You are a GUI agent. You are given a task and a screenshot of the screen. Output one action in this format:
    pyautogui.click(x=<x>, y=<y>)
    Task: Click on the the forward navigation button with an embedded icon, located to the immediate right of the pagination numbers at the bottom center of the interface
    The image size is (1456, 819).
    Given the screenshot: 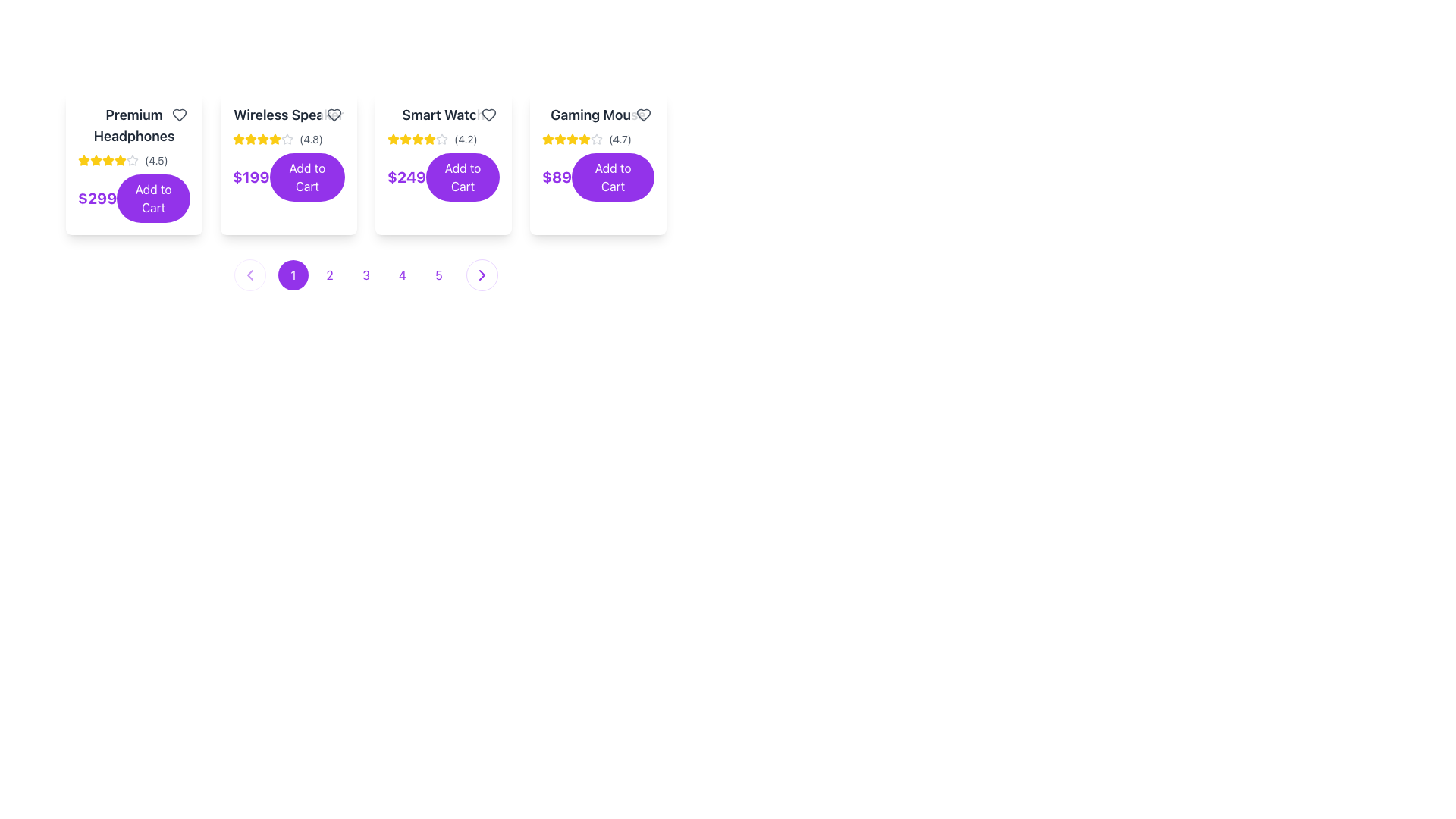 What is the action you would take?
    pyautogui.click(x=481, y=275)
    